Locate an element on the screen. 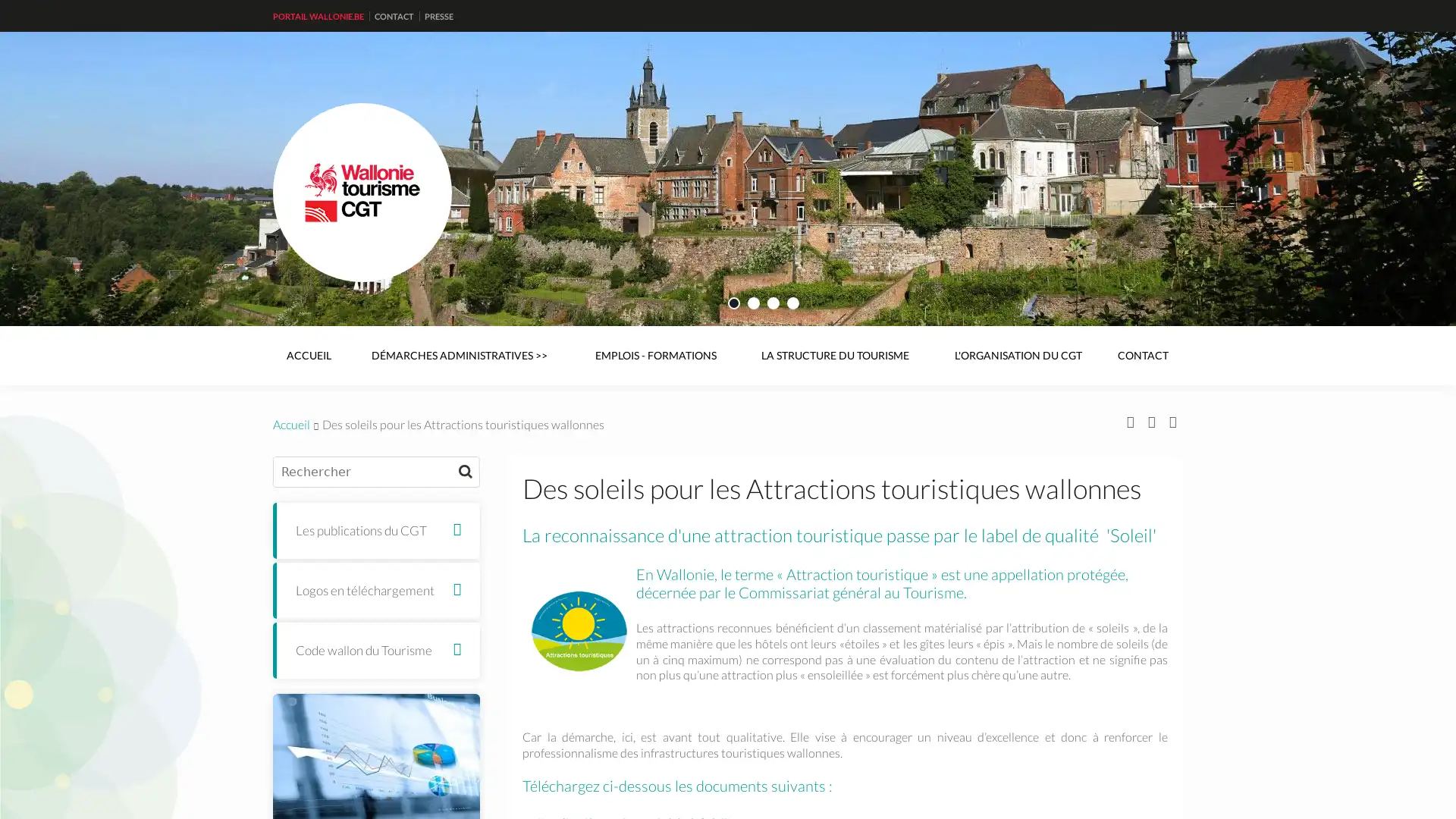  Rechercher is located at coordinates (465, 470).